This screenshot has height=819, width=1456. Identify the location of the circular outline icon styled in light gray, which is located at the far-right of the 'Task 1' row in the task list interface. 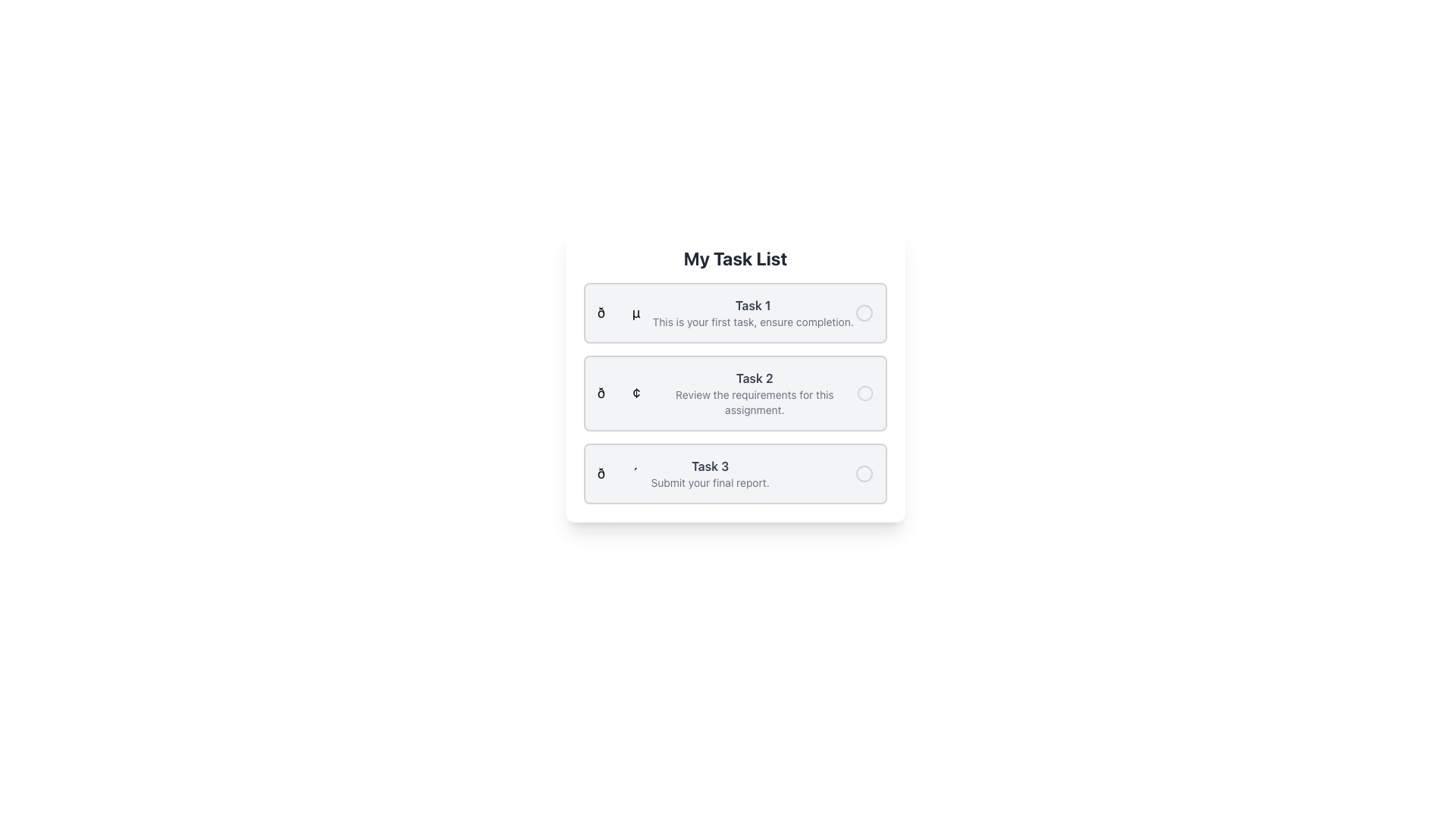
(864, 312).